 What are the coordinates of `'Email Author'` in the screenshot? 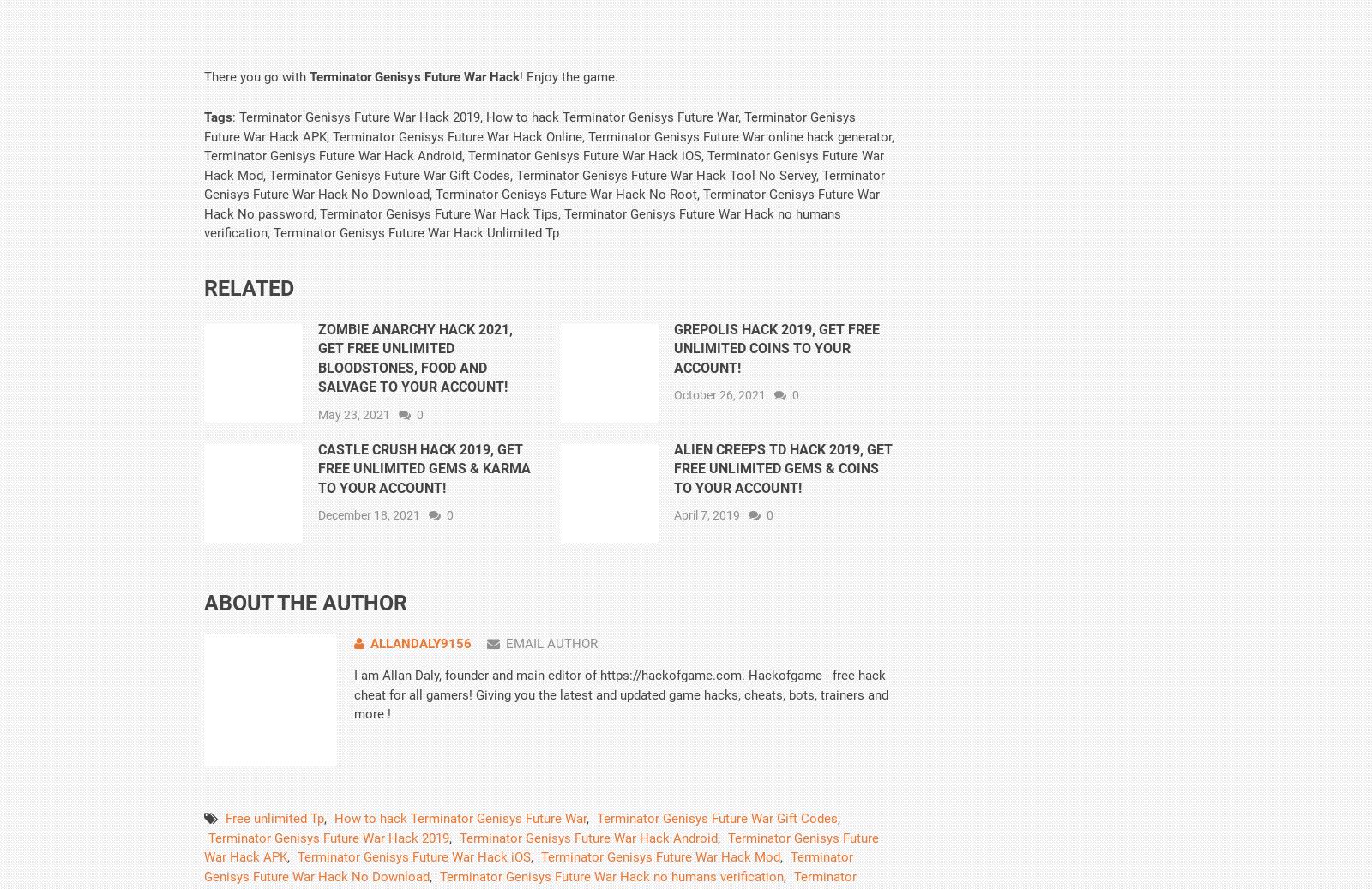 It's located at (551, 642).